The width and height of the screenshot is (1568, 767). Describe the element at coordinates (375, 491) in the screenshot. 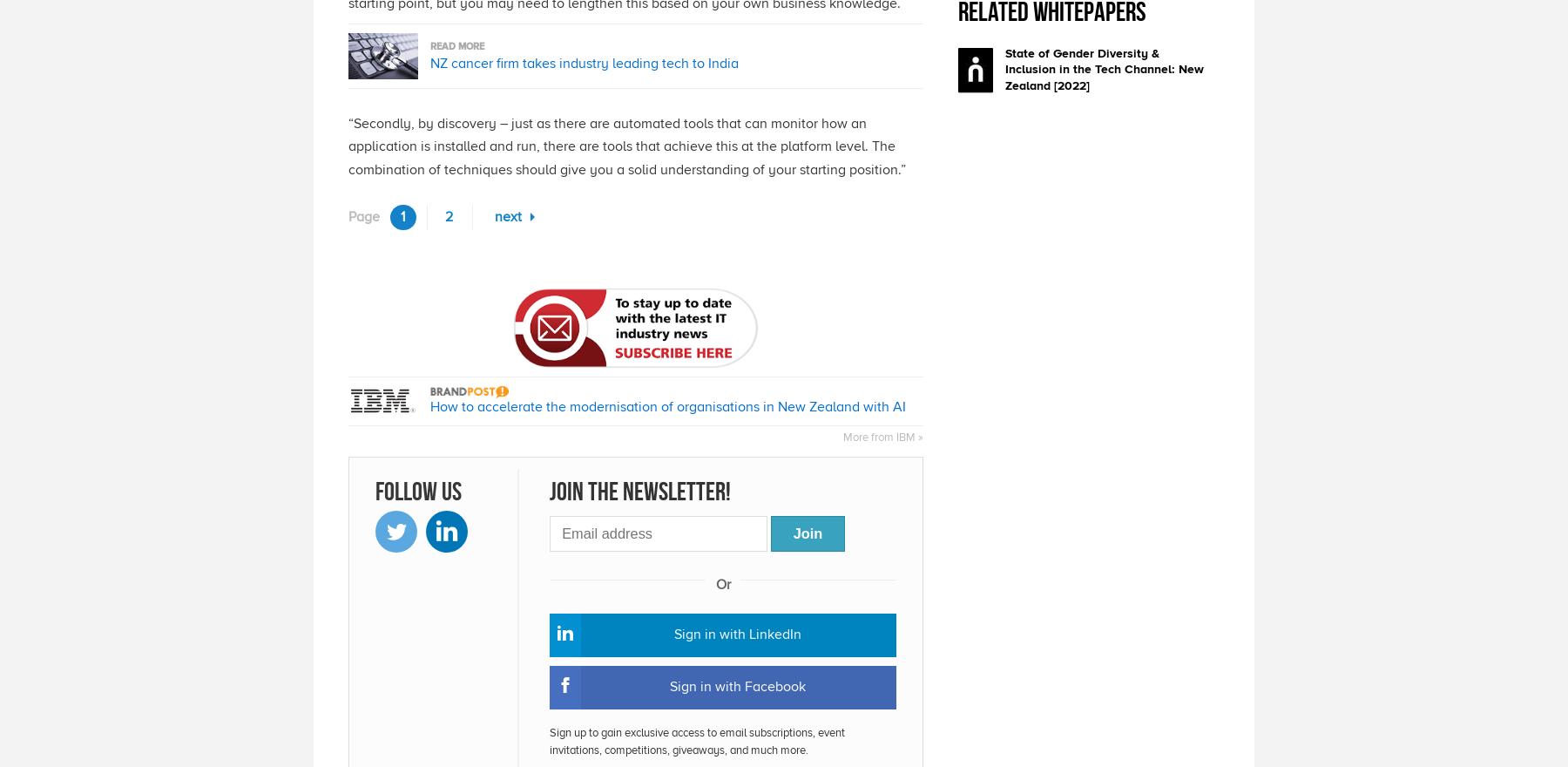

I see `'Follow Us'` at that location.